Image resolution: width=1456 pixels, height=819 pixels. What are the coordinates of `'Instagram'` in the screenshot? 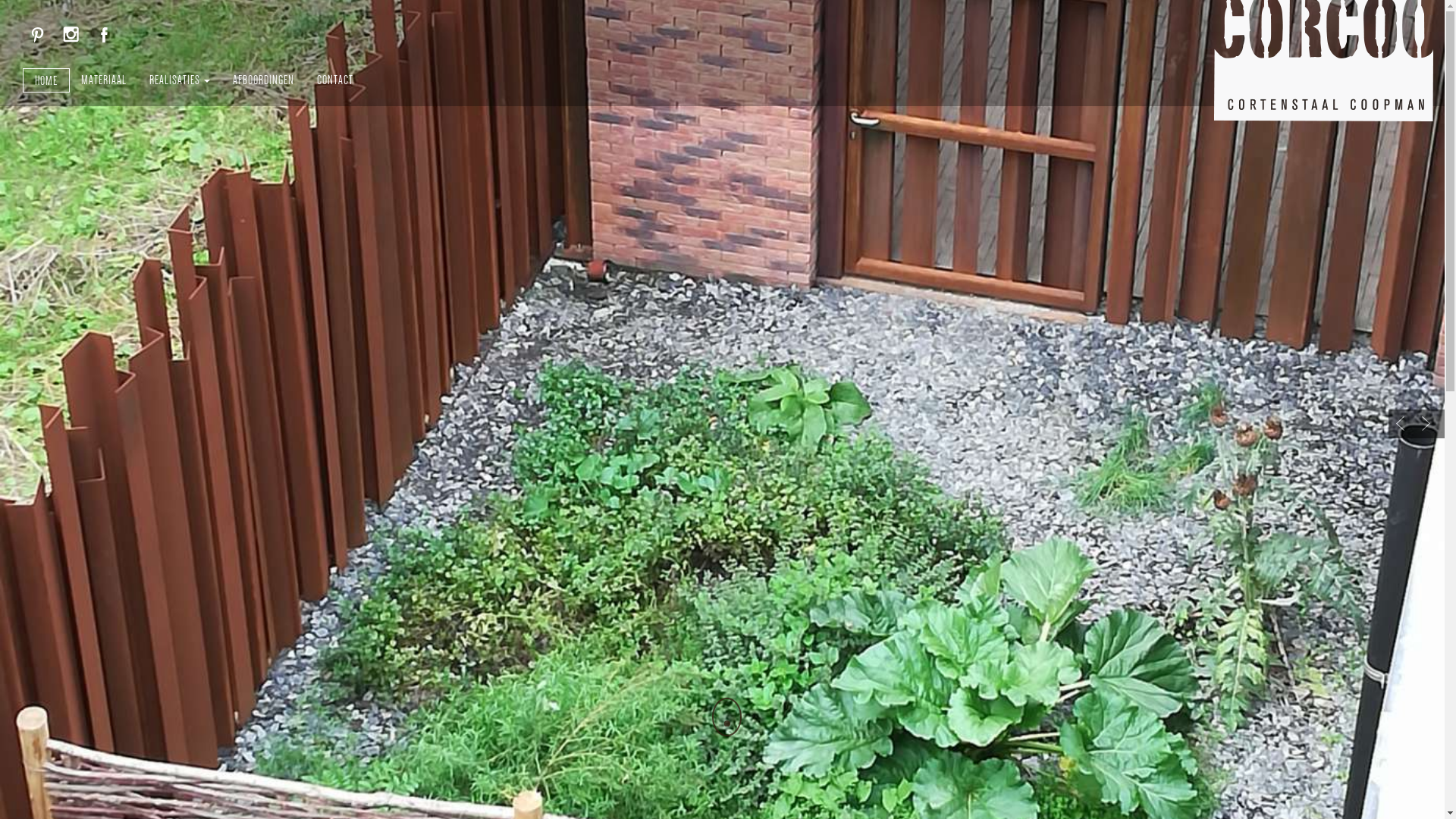 It's located at (71, 34).